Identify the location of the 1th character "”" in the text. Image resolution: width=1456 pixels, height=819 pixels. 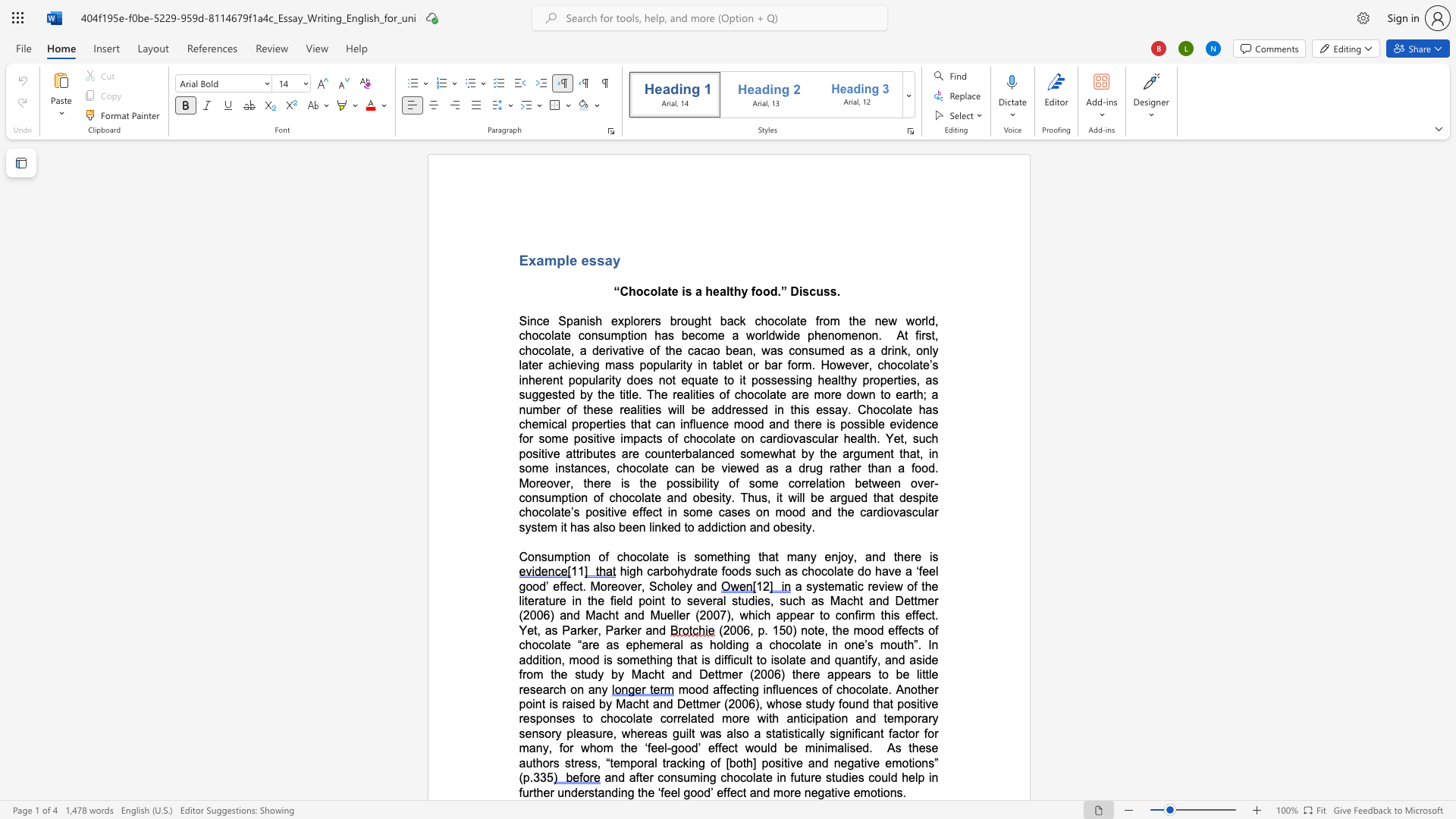
(783, 291).